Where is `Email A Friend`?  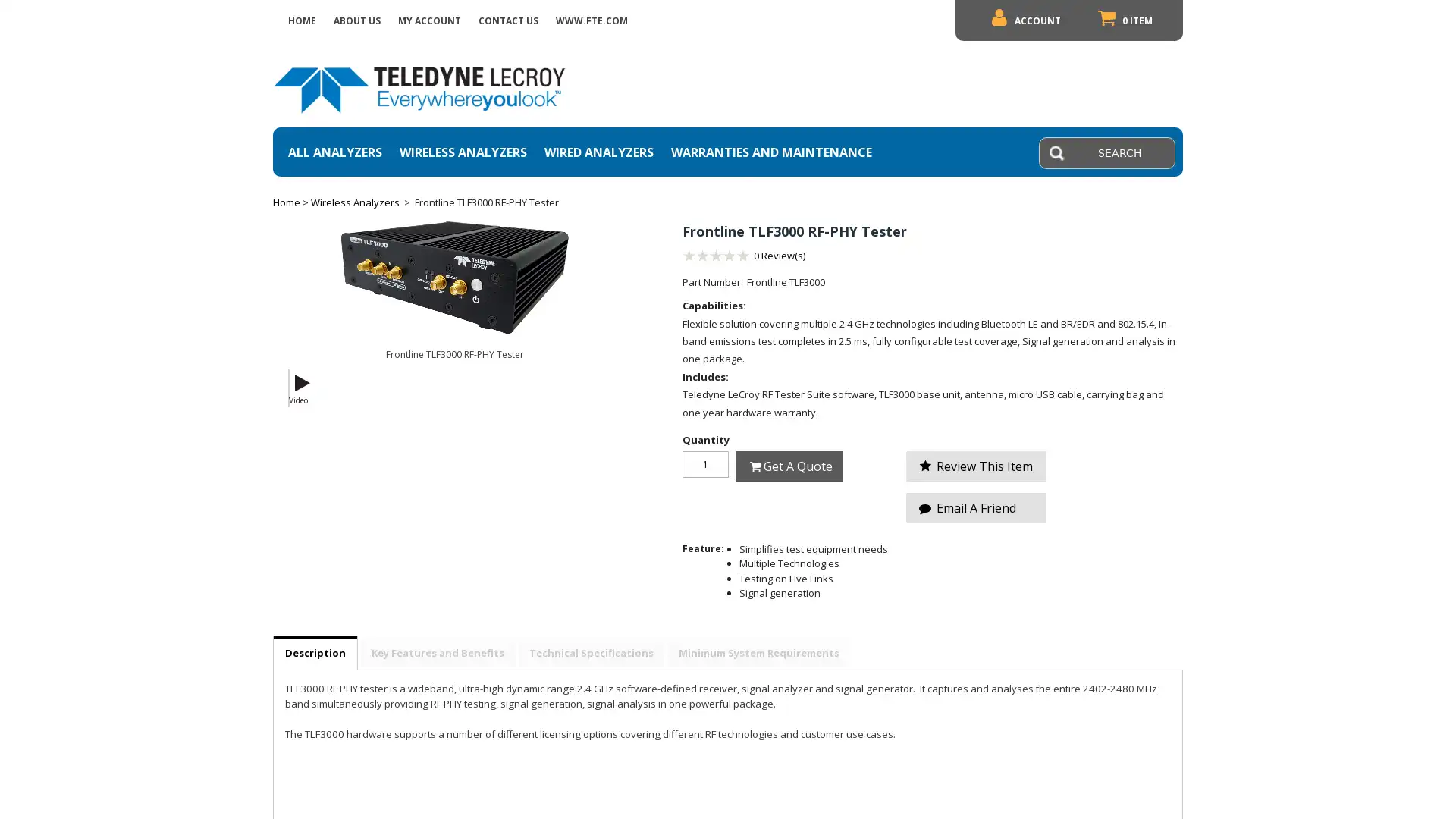 Email A Friend is located at coordinates (976, 507).